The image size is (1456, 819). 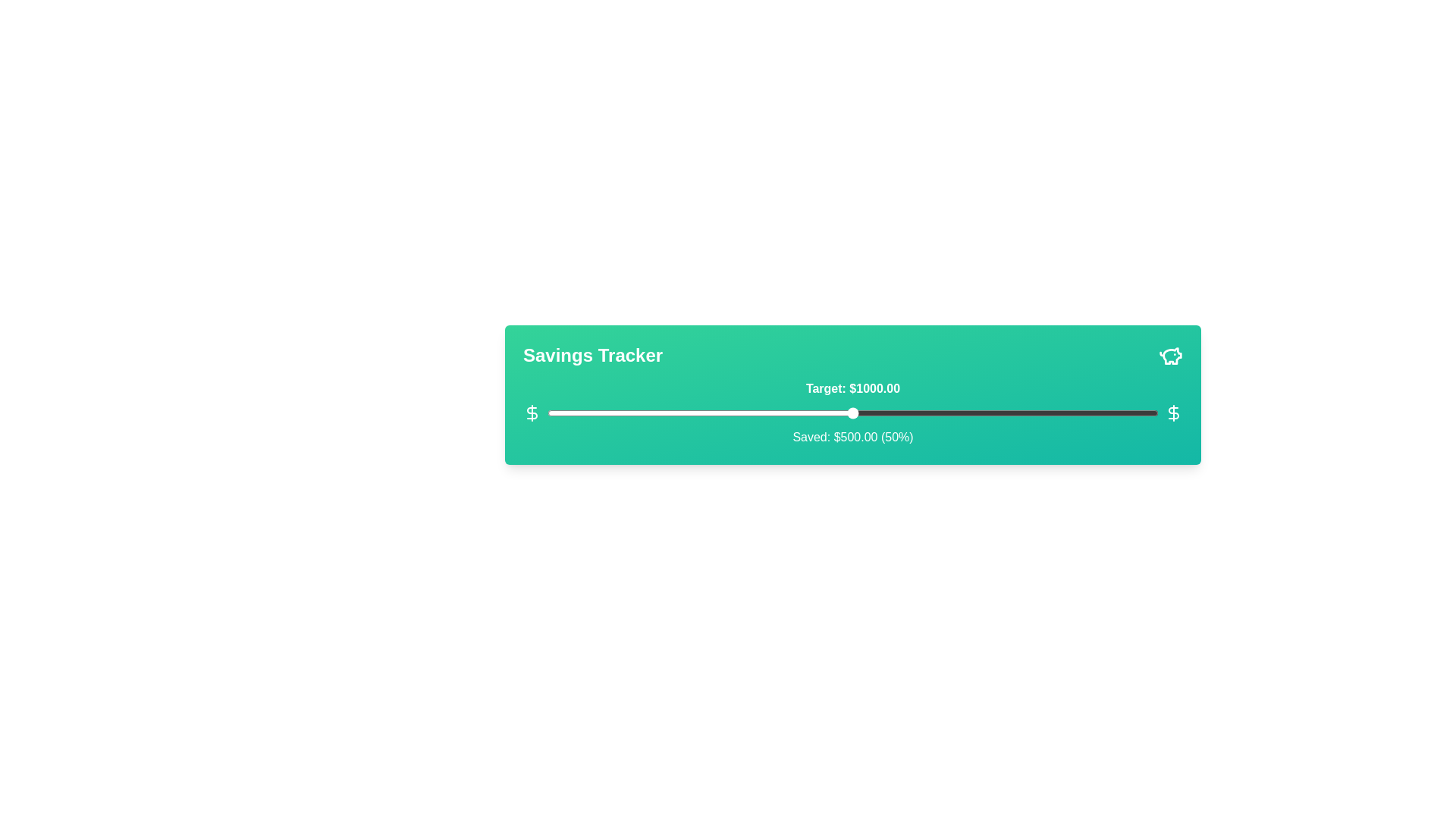 I want to click on the savings tracker, so click(x=1030, y=413).